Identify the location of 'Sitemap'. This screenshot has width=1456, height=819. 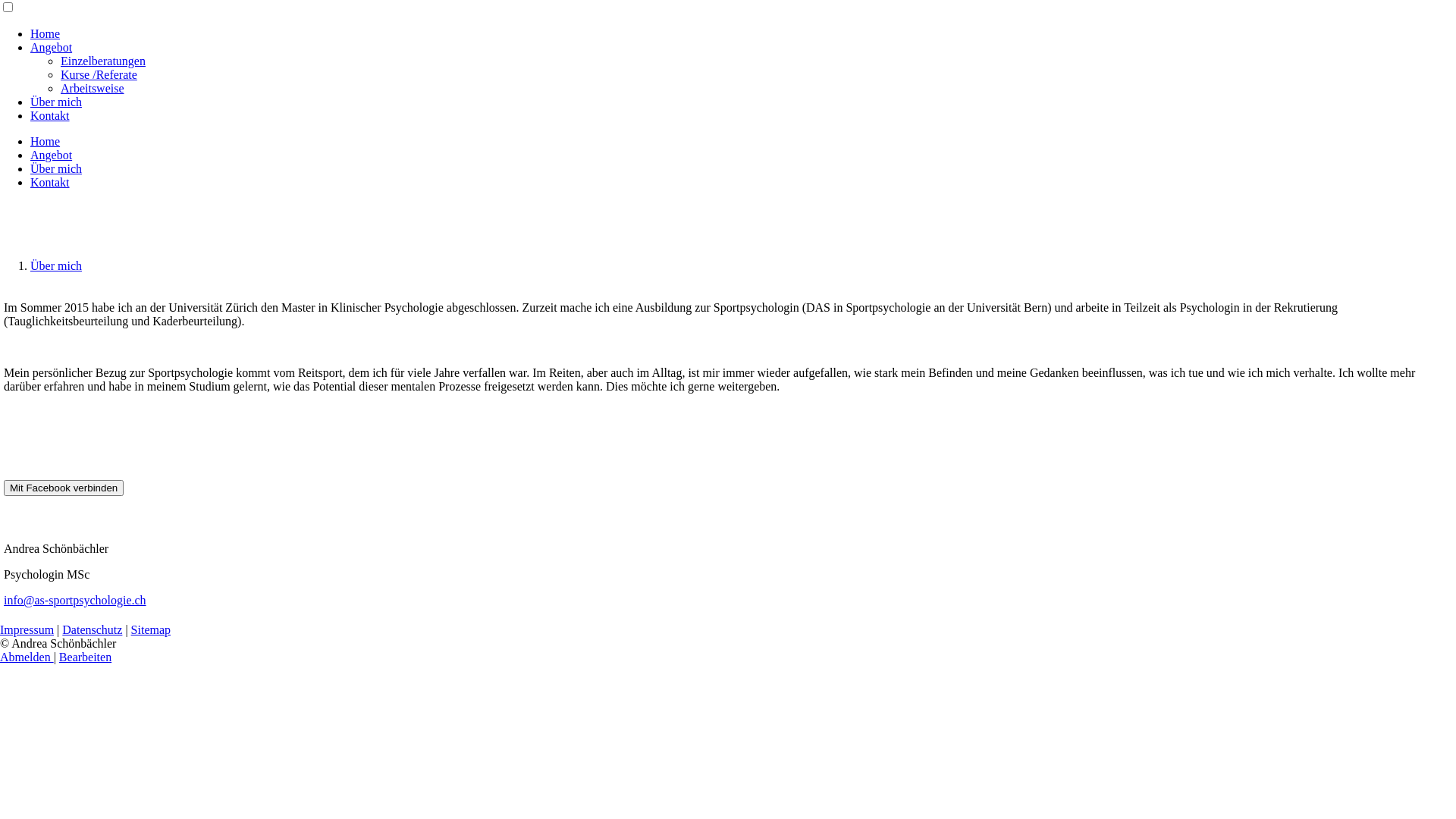
(150, 629).